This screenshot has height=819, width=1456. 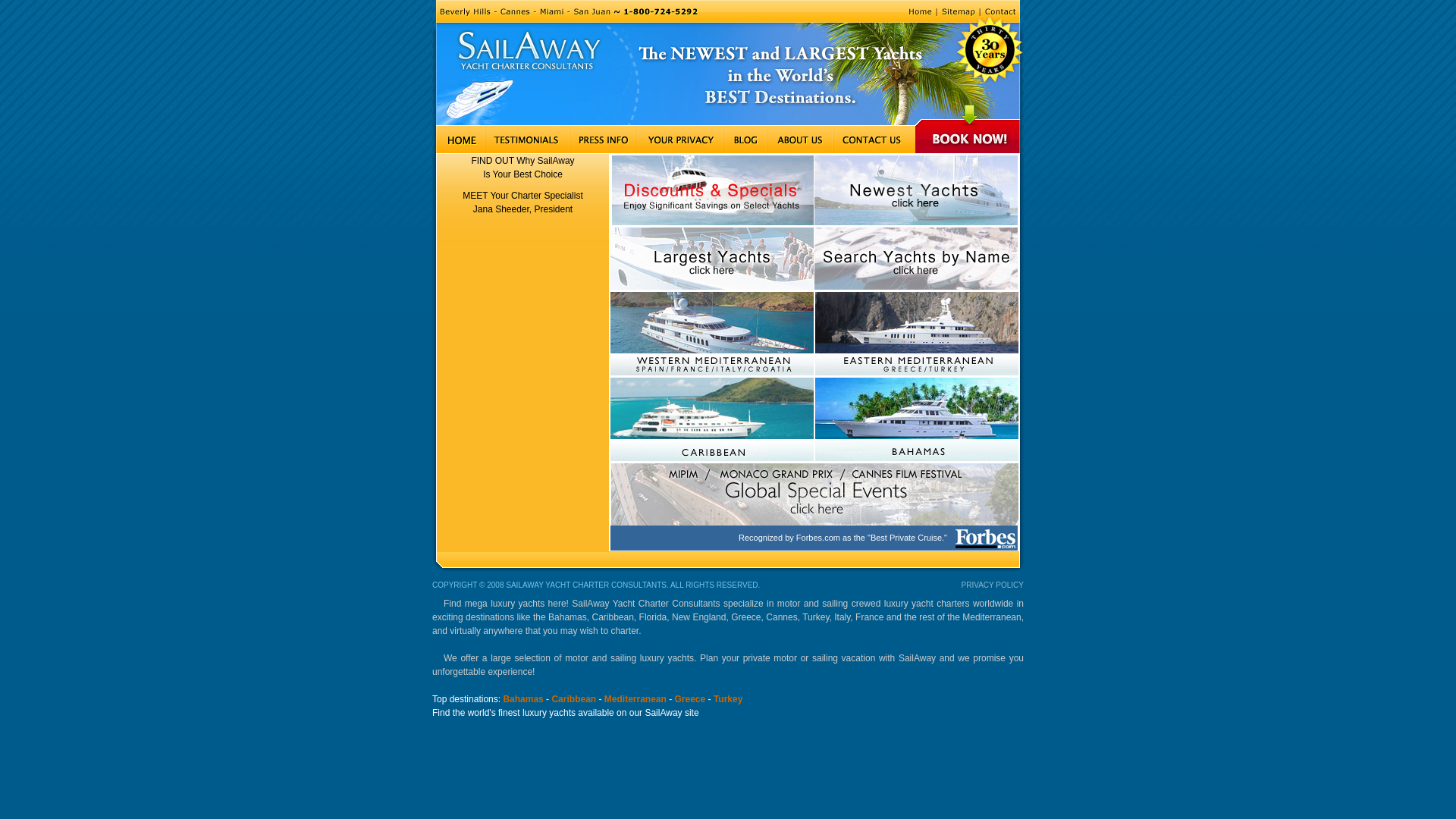 I want to click on 'Turkey', so click(x=728, y=698).